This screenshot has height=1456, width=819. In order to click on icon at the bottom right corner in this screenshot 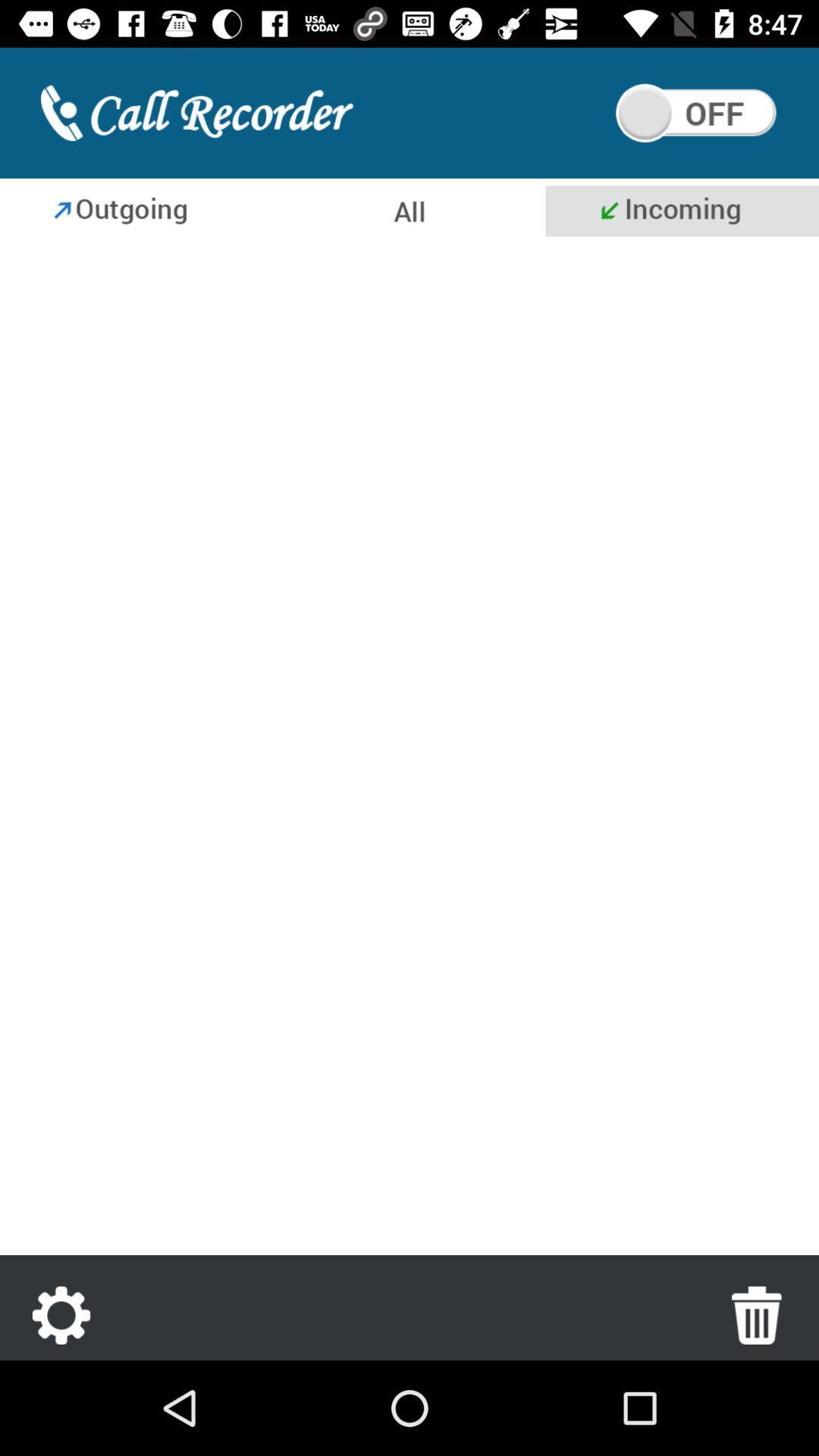, I will do `click(757, 1314)`.